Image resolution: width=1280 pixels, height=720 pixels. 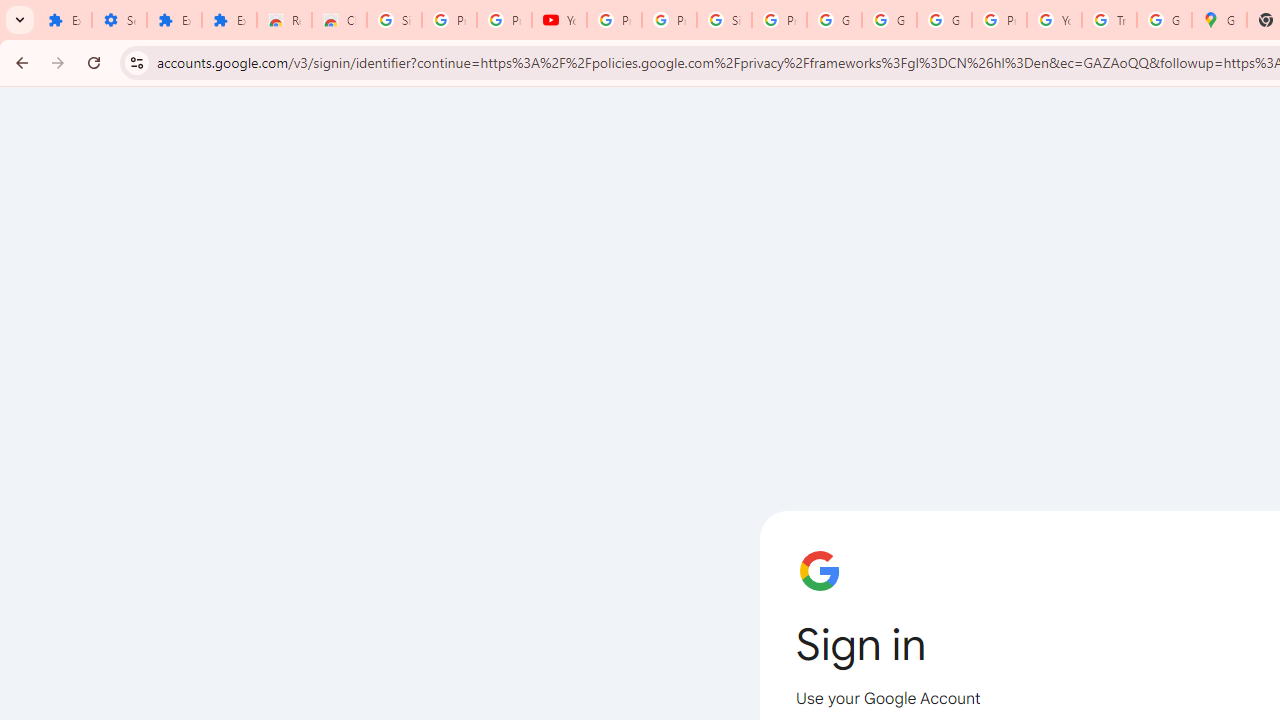 What do you see at coordinates (1218, 20) in the screenshot?
I see `'Google Maps'` at bounding box center [1218, 20].